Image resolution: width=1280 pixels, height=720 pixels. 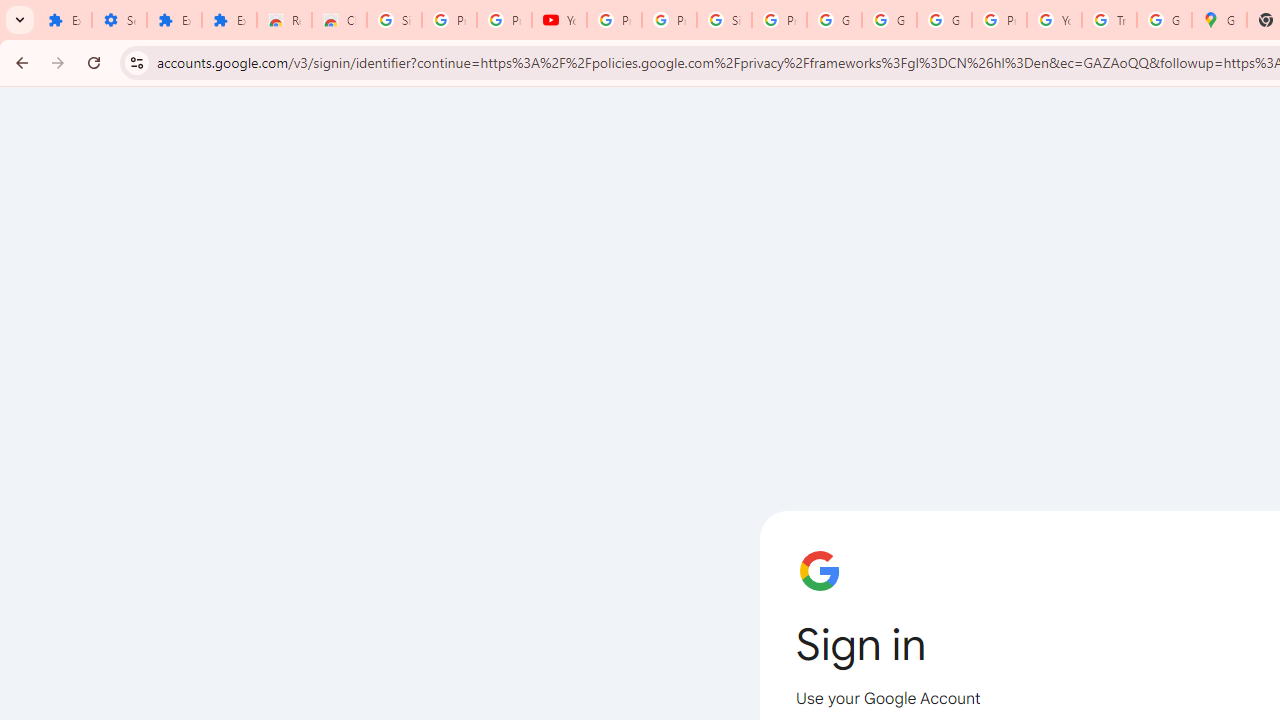 What do you see at coordinates (1218, 20) in the screenshot?
I see `'Google Maps'` at bounding box center [1218, 20].